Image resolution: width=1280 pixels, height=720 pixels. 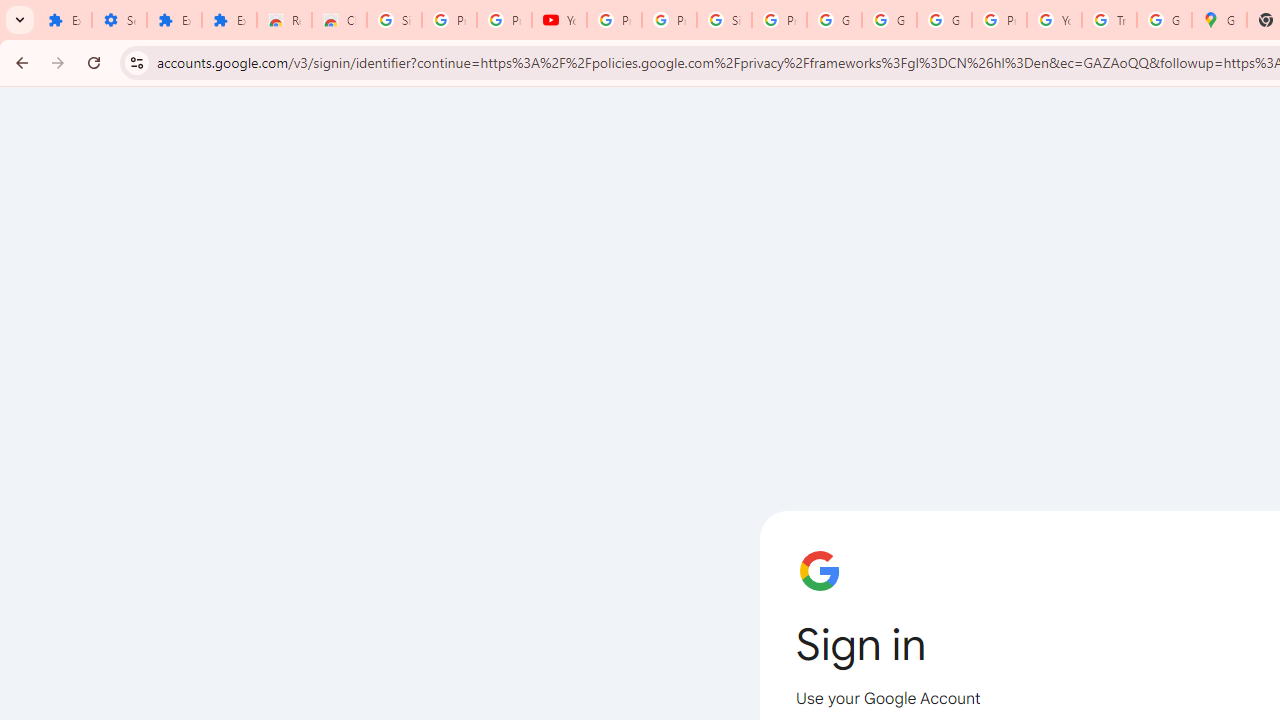 What do you see at coordinates (1218, 20) in the screenshot?
I see `'Google Maps'` at bounding box center [1218, 20].